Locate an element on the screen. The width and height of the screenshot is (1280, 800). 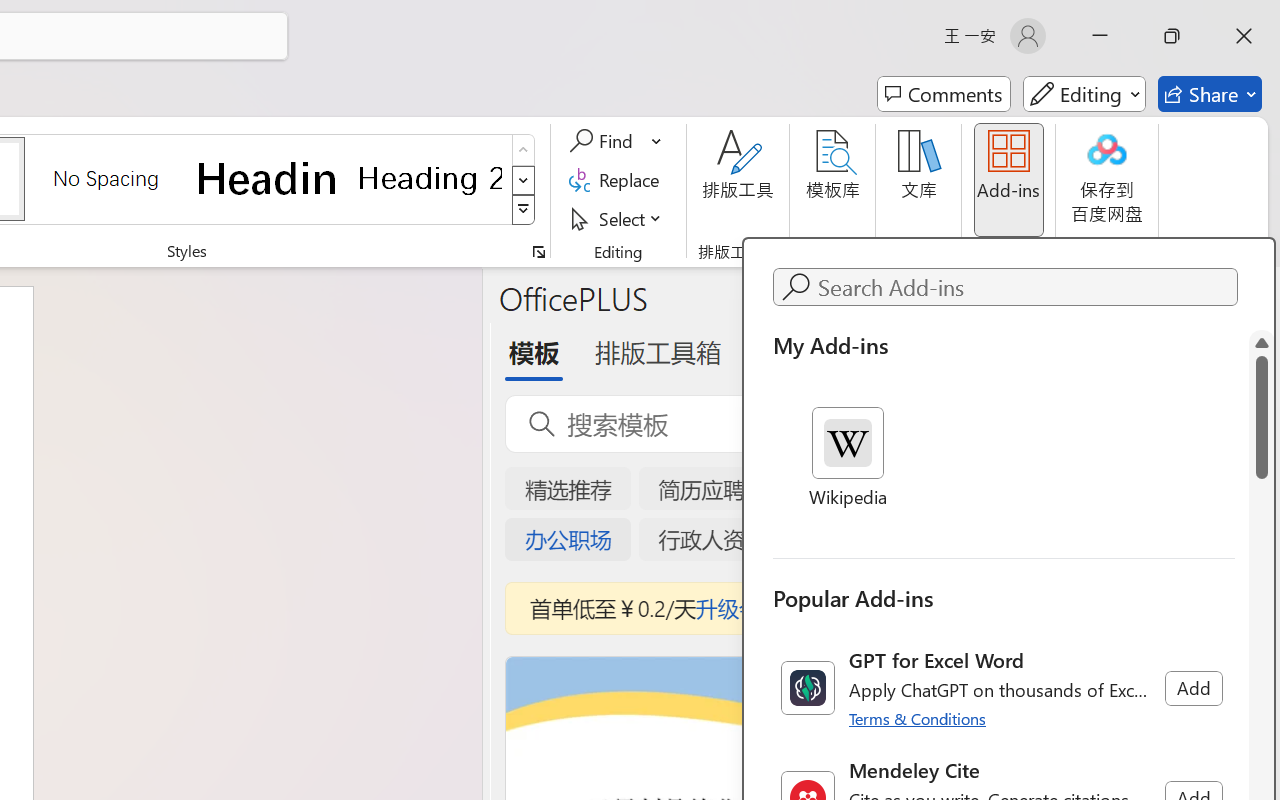
'Mode' is located at coordinates (1083, 94).